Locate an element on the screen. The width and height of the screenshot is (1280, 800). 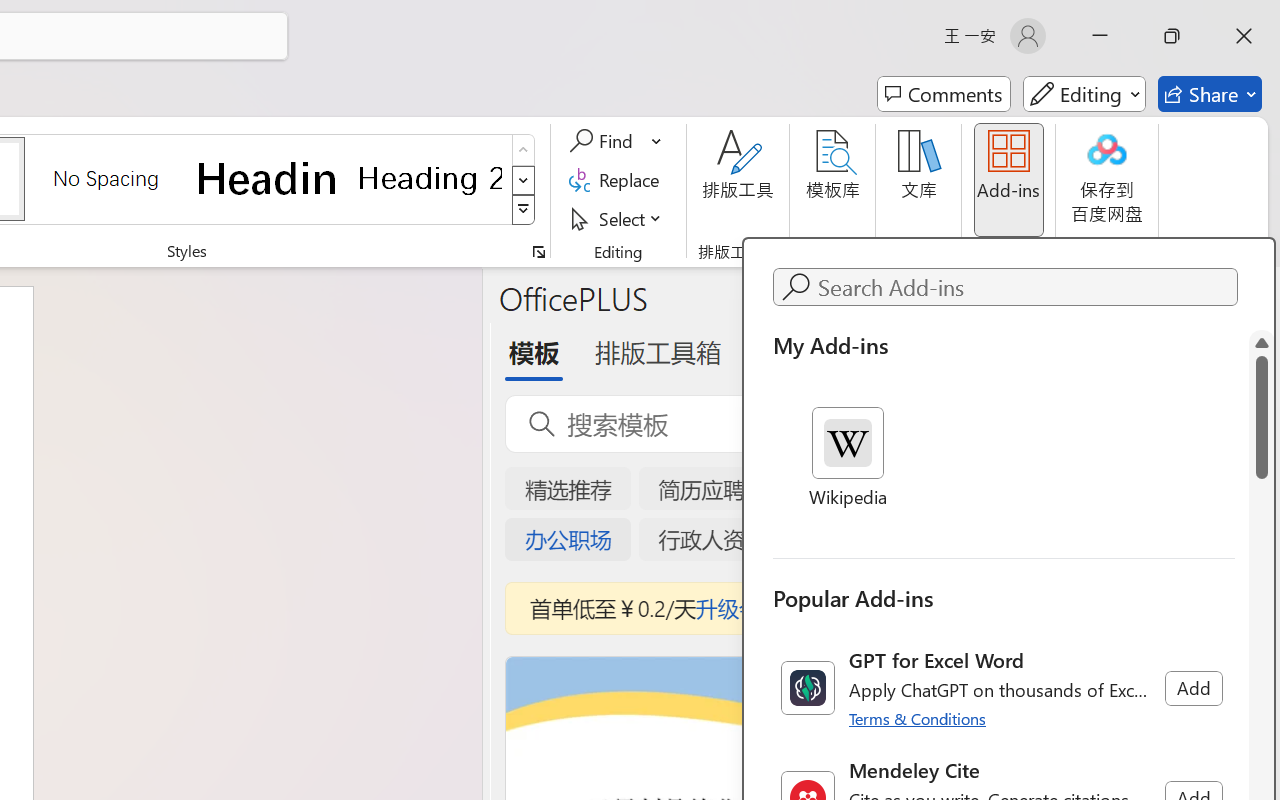
'Mode' is located at coordinates (1083, 94).